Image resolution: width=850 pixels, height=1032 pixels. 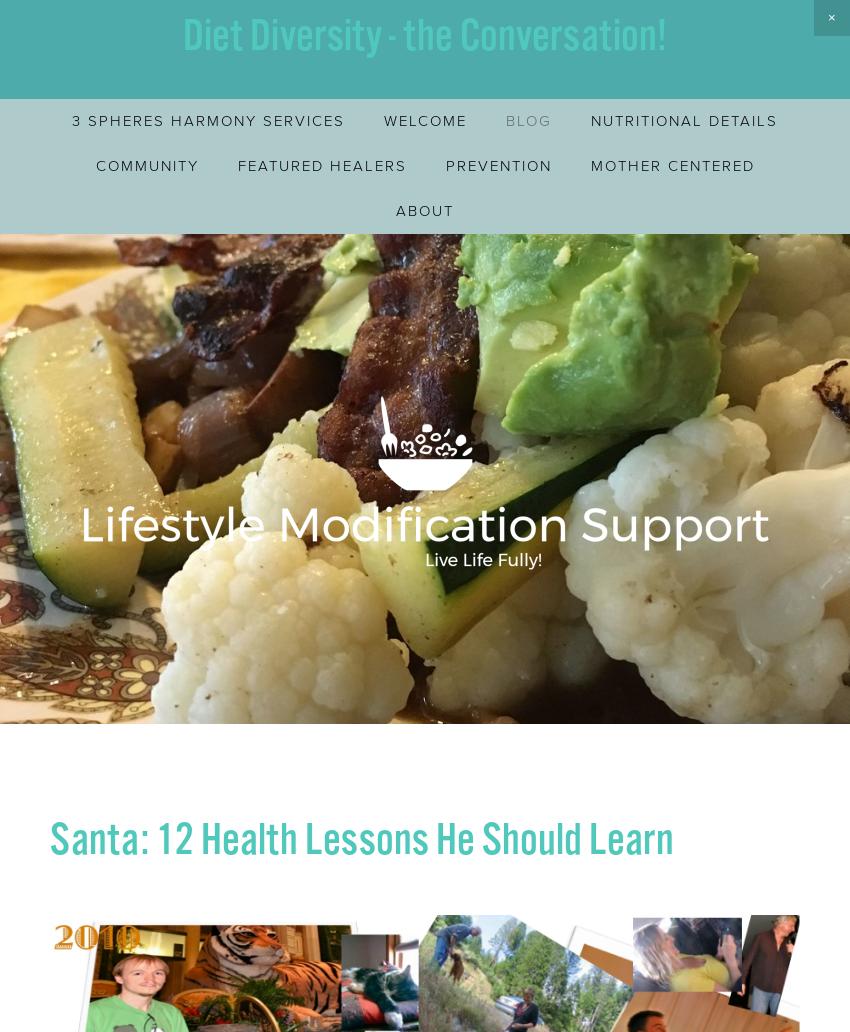 What do you see at coordinates (683, 120) in the screenshot?
I see `'Nutritional Details'` at bounding box center [683, 120].